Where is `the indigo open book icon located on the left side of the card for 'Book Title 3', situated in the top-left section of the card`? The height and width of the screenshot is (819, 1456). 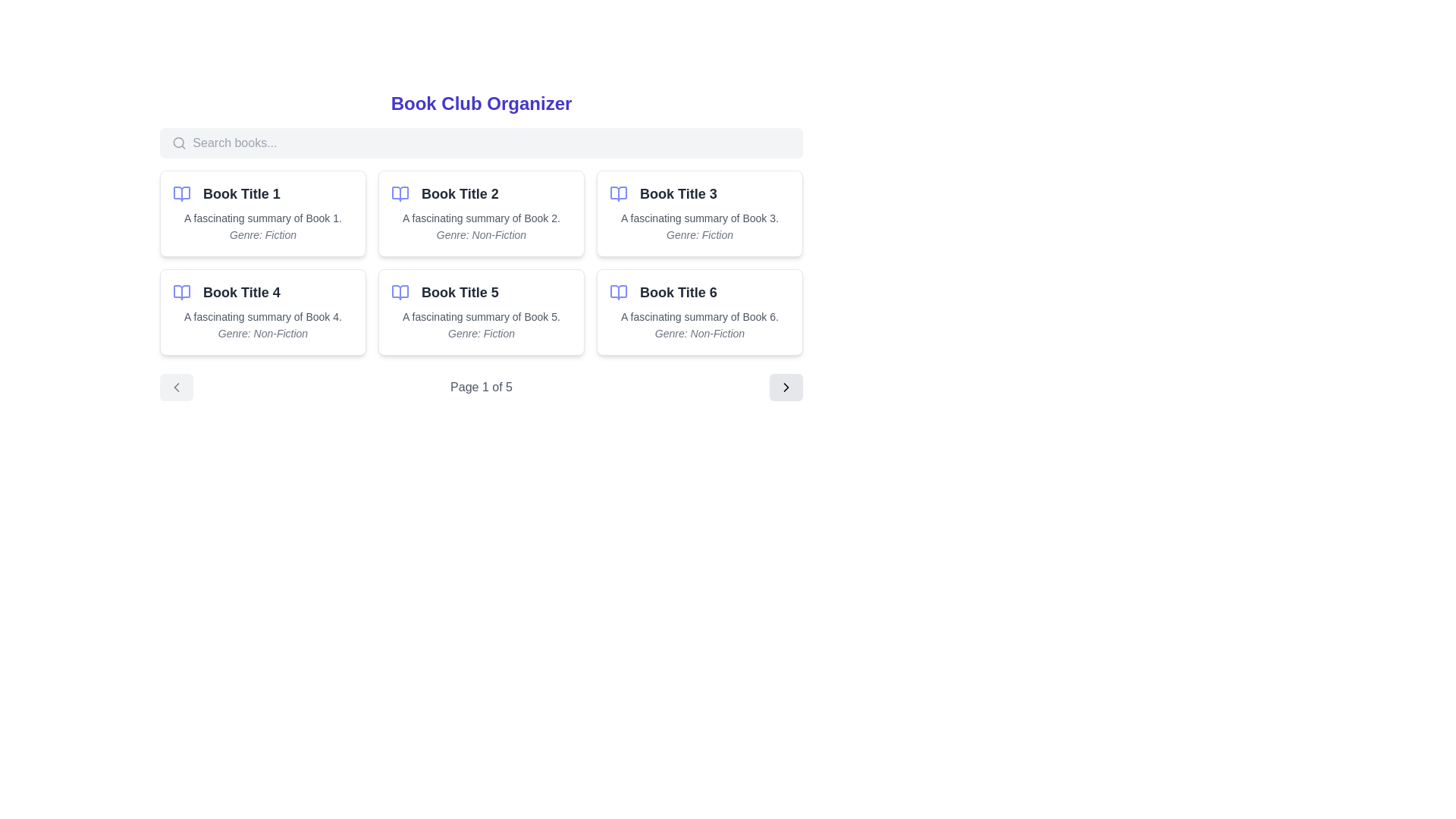
the indigo open book icon located on the left side of the card for 'Book Title 3', situated in the top-left section of the card is located at coordinates (619, 193).